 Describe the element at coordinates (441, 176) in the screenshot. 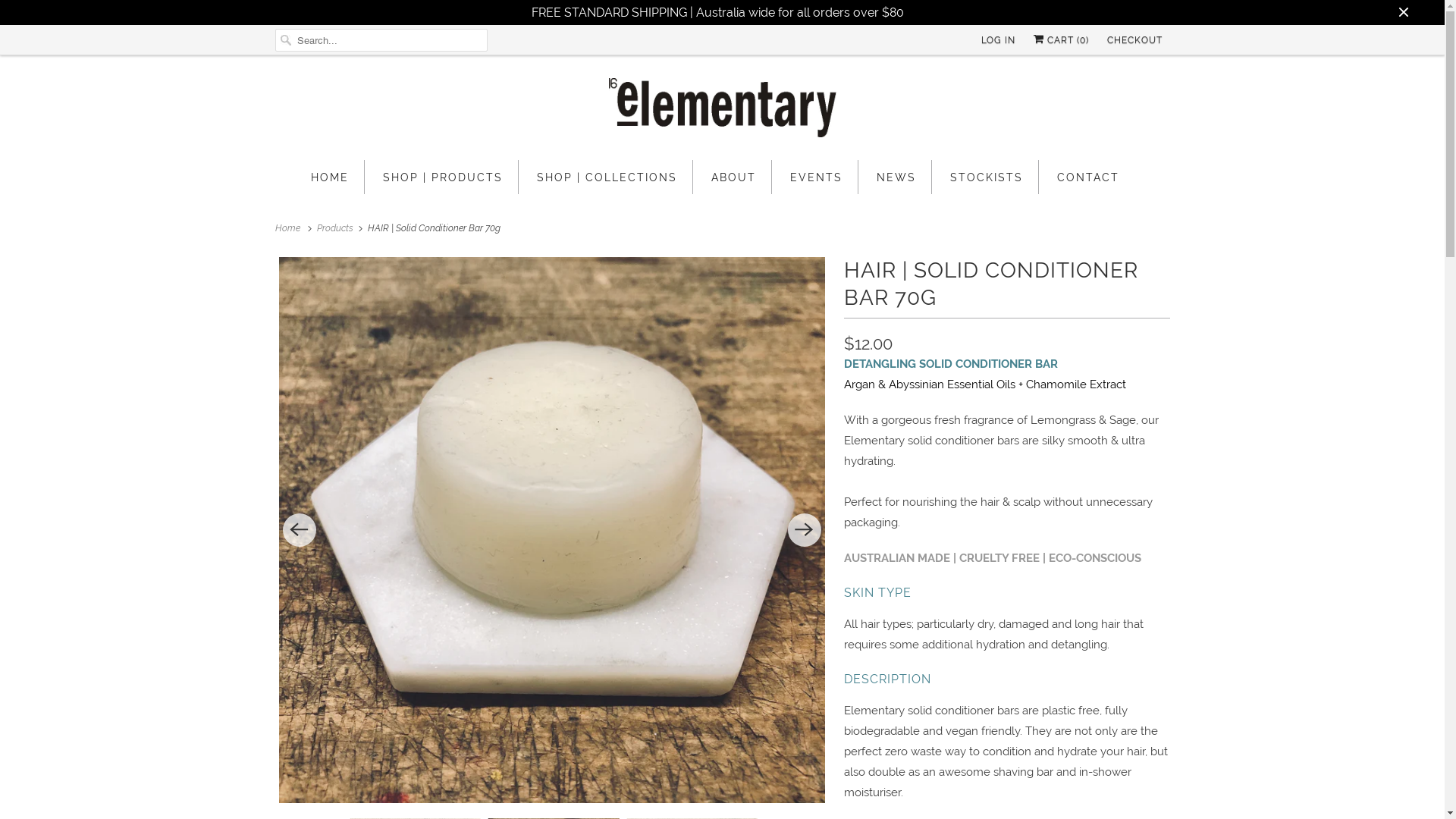

I see `'SHOP | PRODUCTS'` at that location.